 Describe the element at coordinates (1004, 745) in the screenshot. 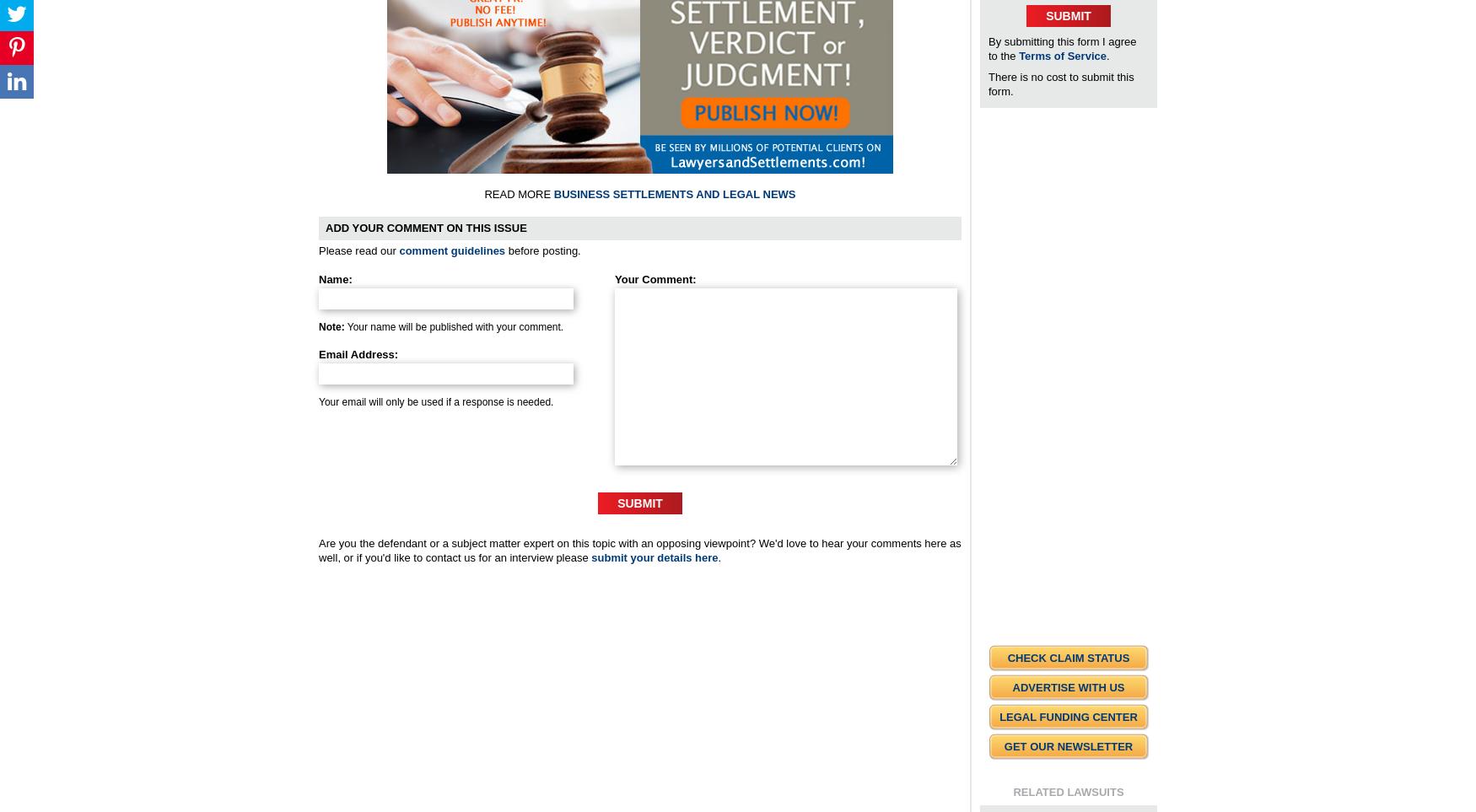

I see `'Get Our Newsletter'` at that location.